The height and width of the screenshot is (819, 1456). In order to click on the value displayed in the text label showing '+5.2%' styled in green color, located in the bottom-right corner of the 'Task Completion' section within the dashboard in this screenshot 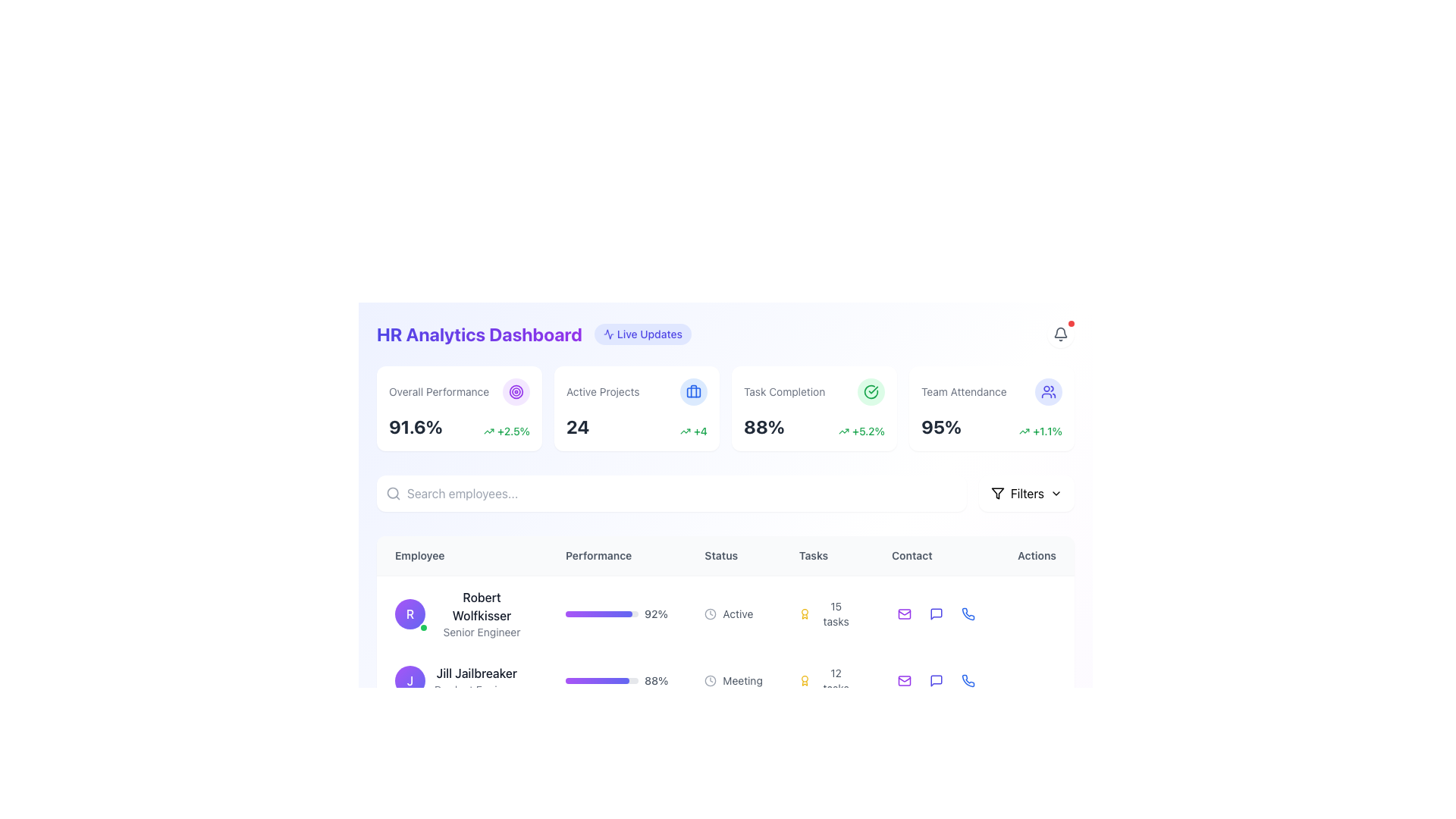, I will do `click(861, 431)`.